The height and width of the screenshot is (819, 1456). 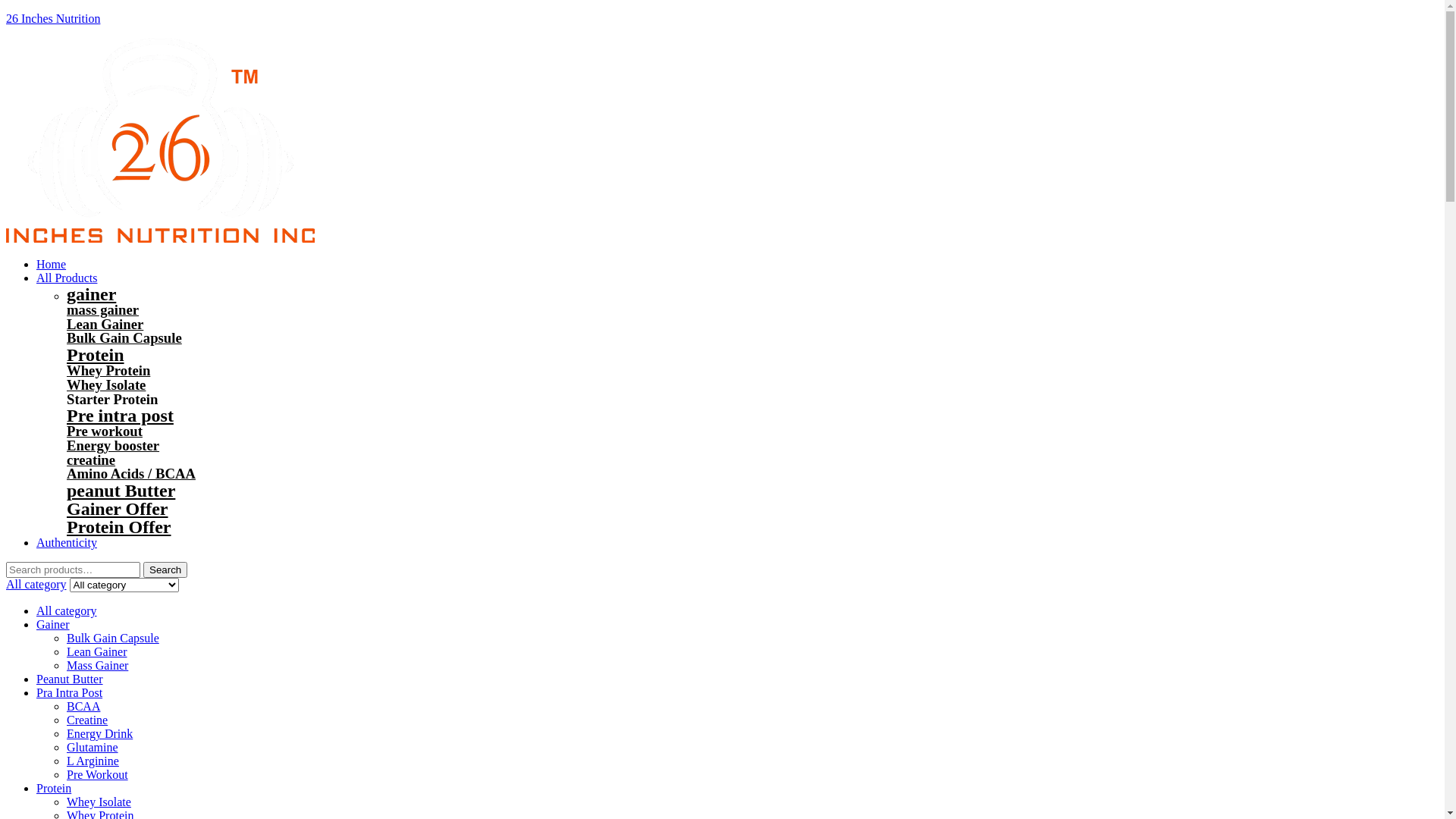 What do you see at coordinates (36, 624) in the screenshot?
I see `'Gainer'` at bounding box center [36, 624].